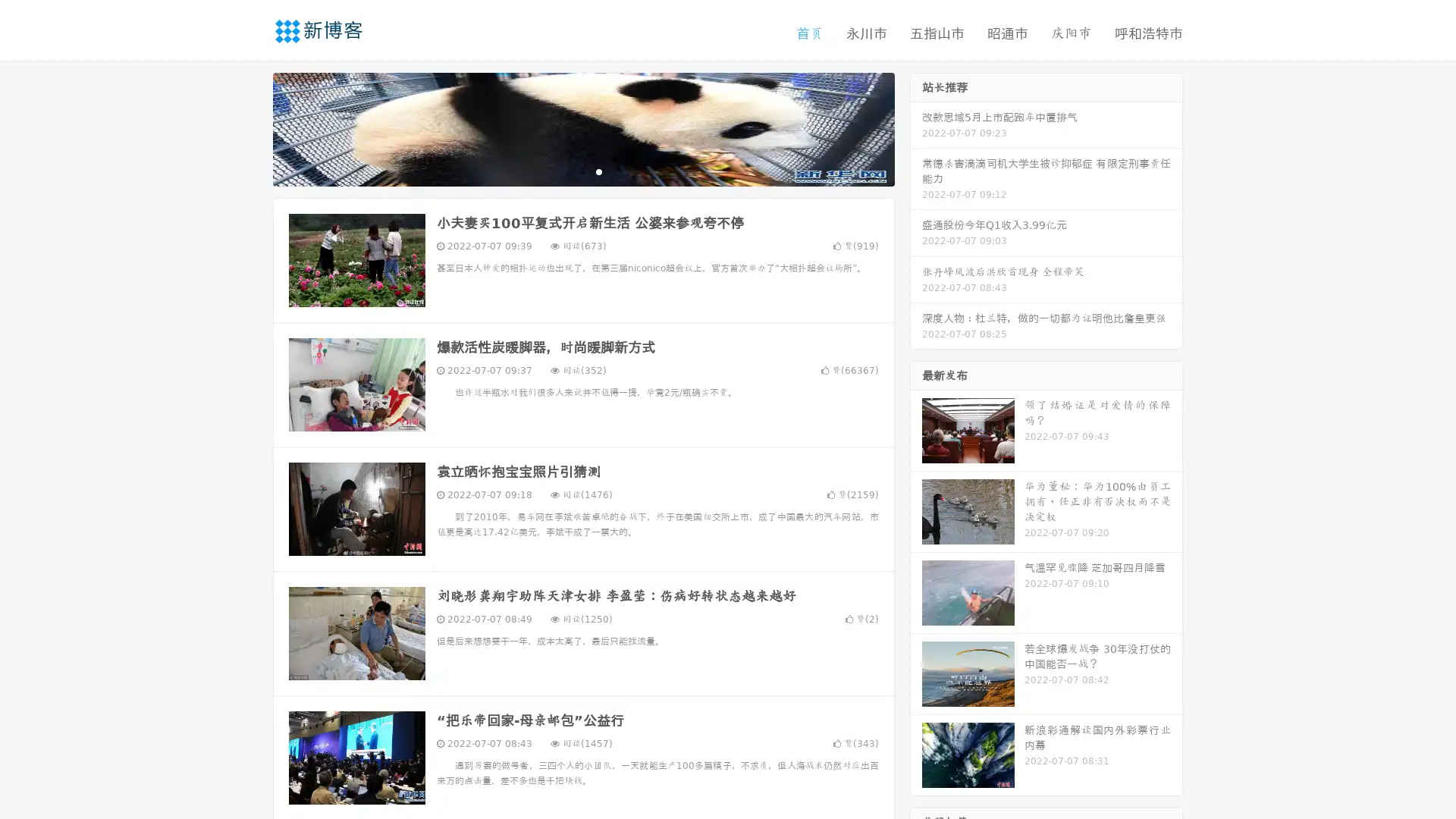 This screenshot has width=1456, height=819. I want to click on Go to slide 2, so click(582, 171).